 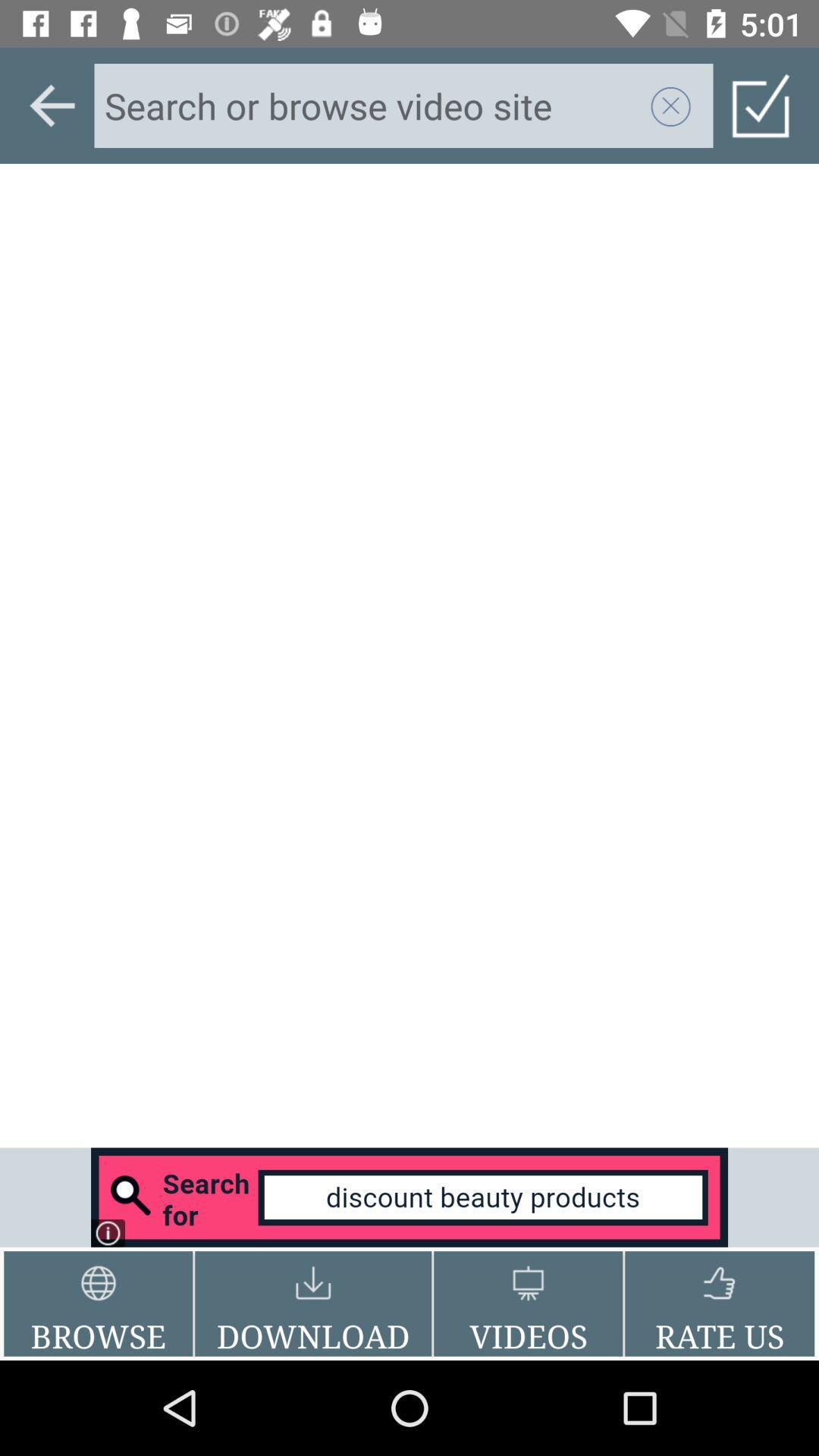 What do you see at coordinates (719, 1303) in the screenshot?
I see `rate us button` at bounding box center [719, 1303].